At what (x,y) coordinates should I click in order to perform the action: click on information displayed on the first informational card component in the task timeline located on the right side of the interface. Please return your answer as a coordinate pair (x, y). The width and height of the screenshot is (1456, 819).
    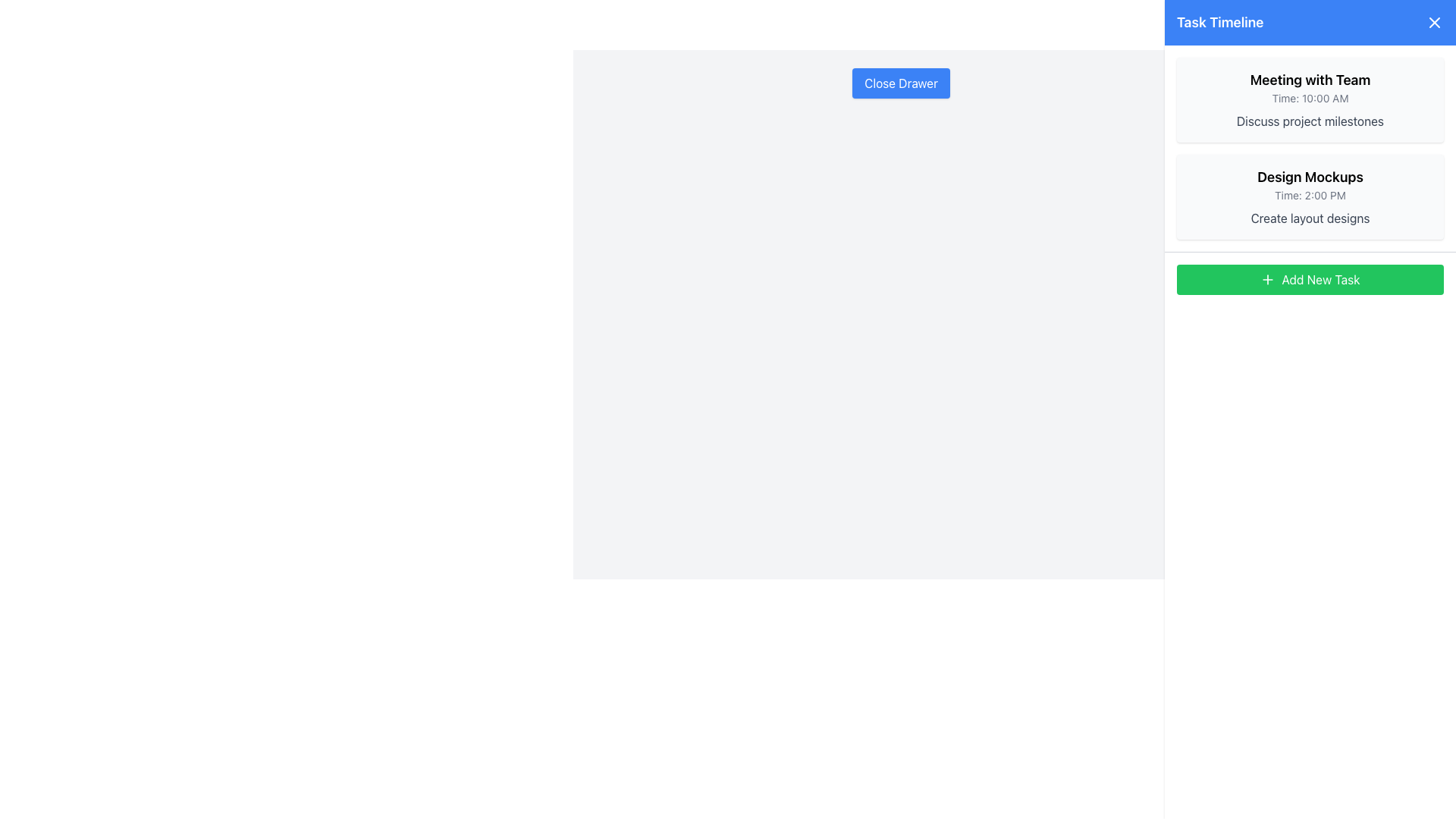
    Looking at the image, I should click on (1310, 99).